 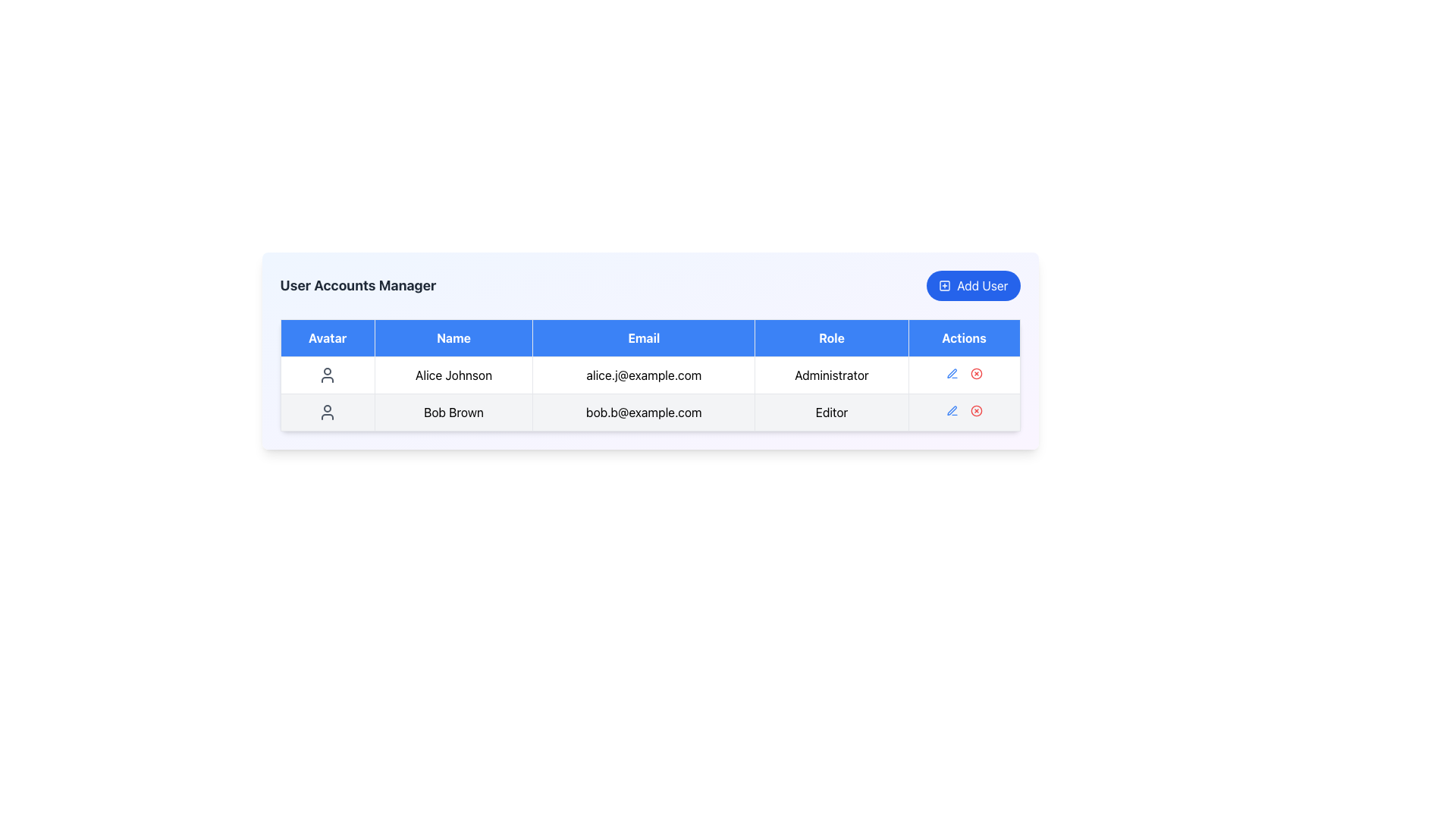 What do you see at coordinates (327, 412) in the screenshot?
I see `the avatar icon representing 'Bob Brown' in the bottom row of the user information table, located in the leftmost column labeled 'Avatar'` at bounding box center [327, 412].